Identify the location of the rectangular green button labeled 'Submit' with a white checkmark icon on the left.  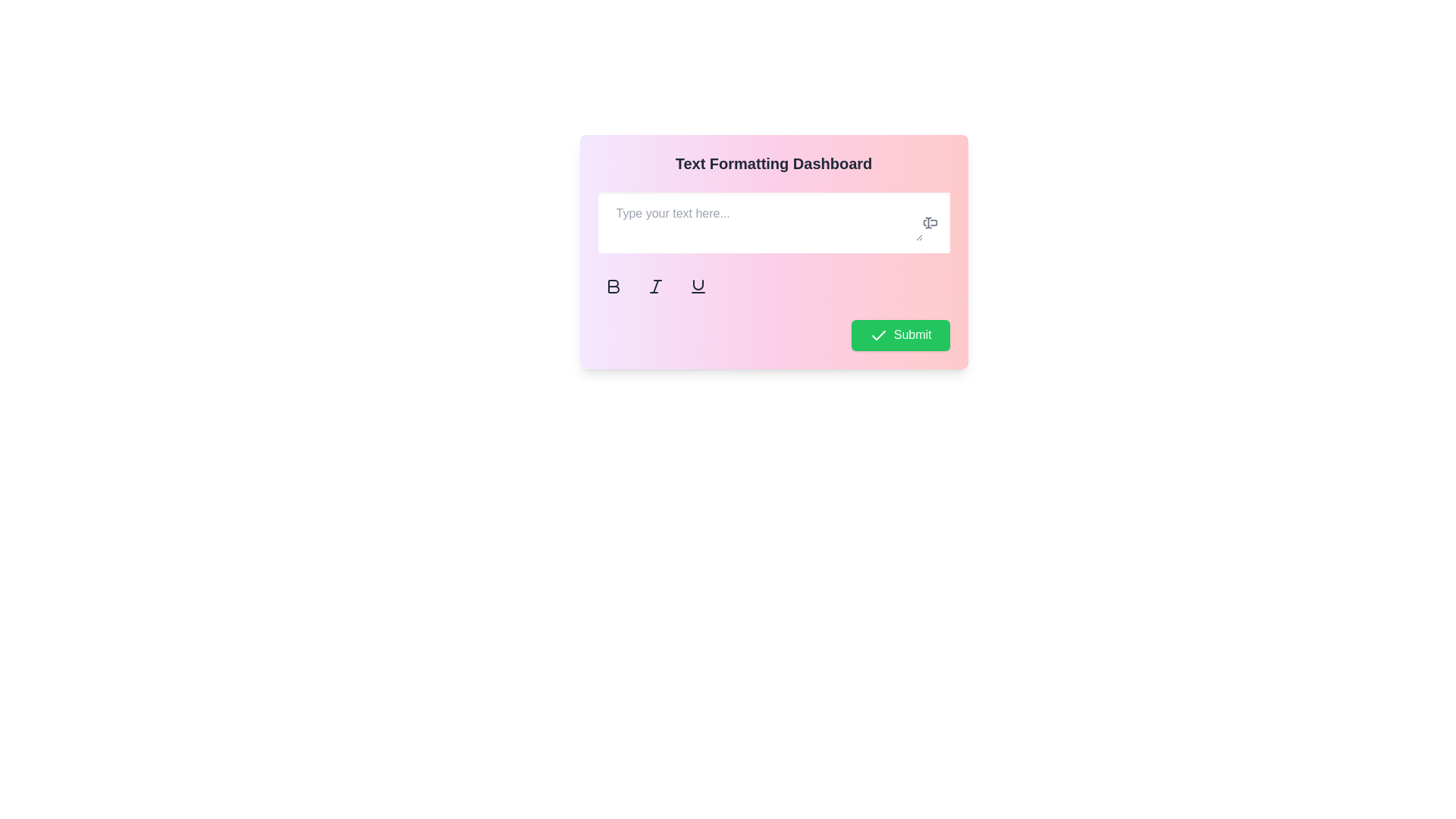
(900, 334).